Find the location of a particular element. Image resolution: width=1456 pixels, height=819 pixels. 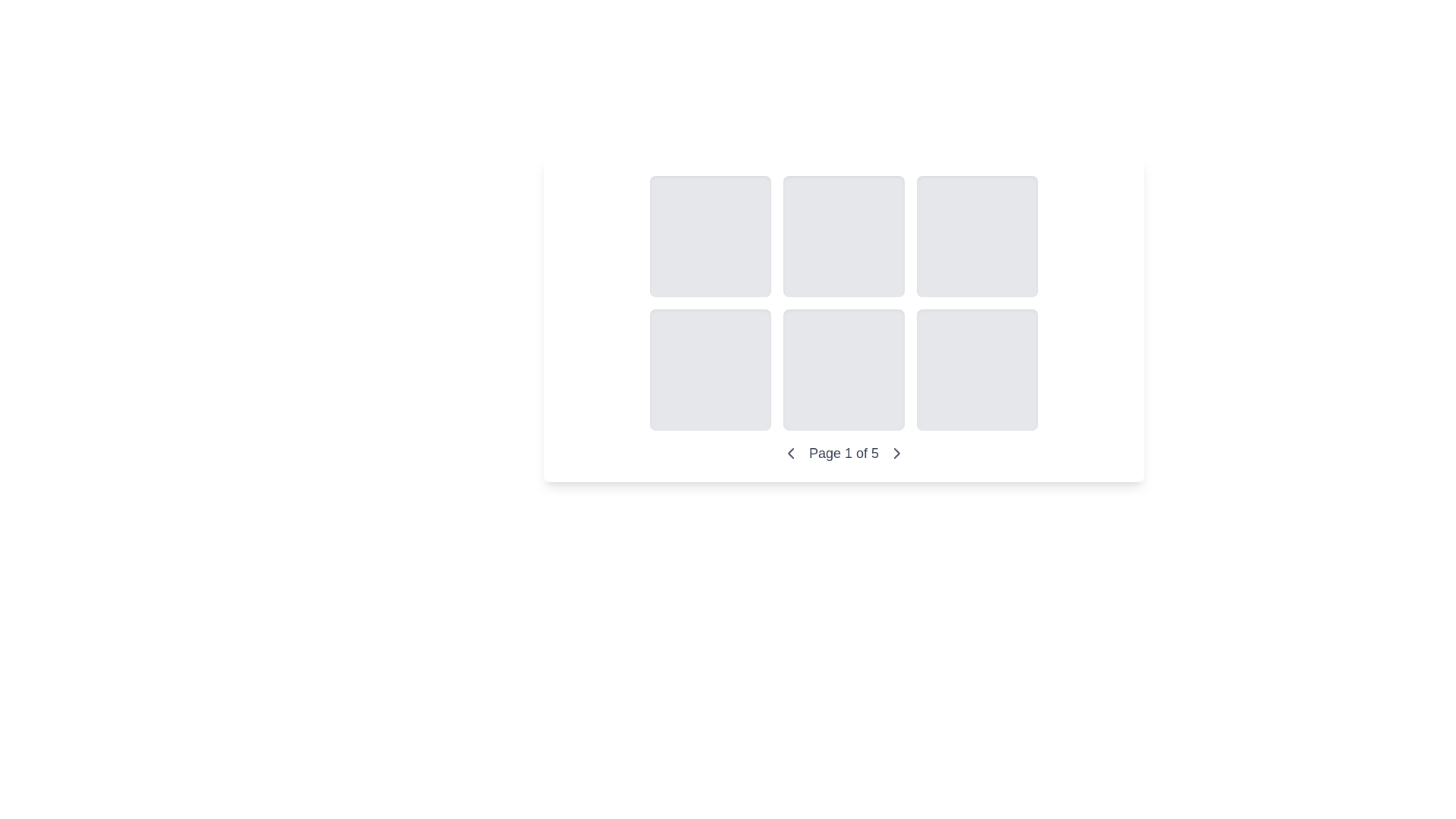

the text label displaying 'Page 1 of 5' in gray font, which is centrally placed within the navigation bar context is located at coordinates (843, 452).